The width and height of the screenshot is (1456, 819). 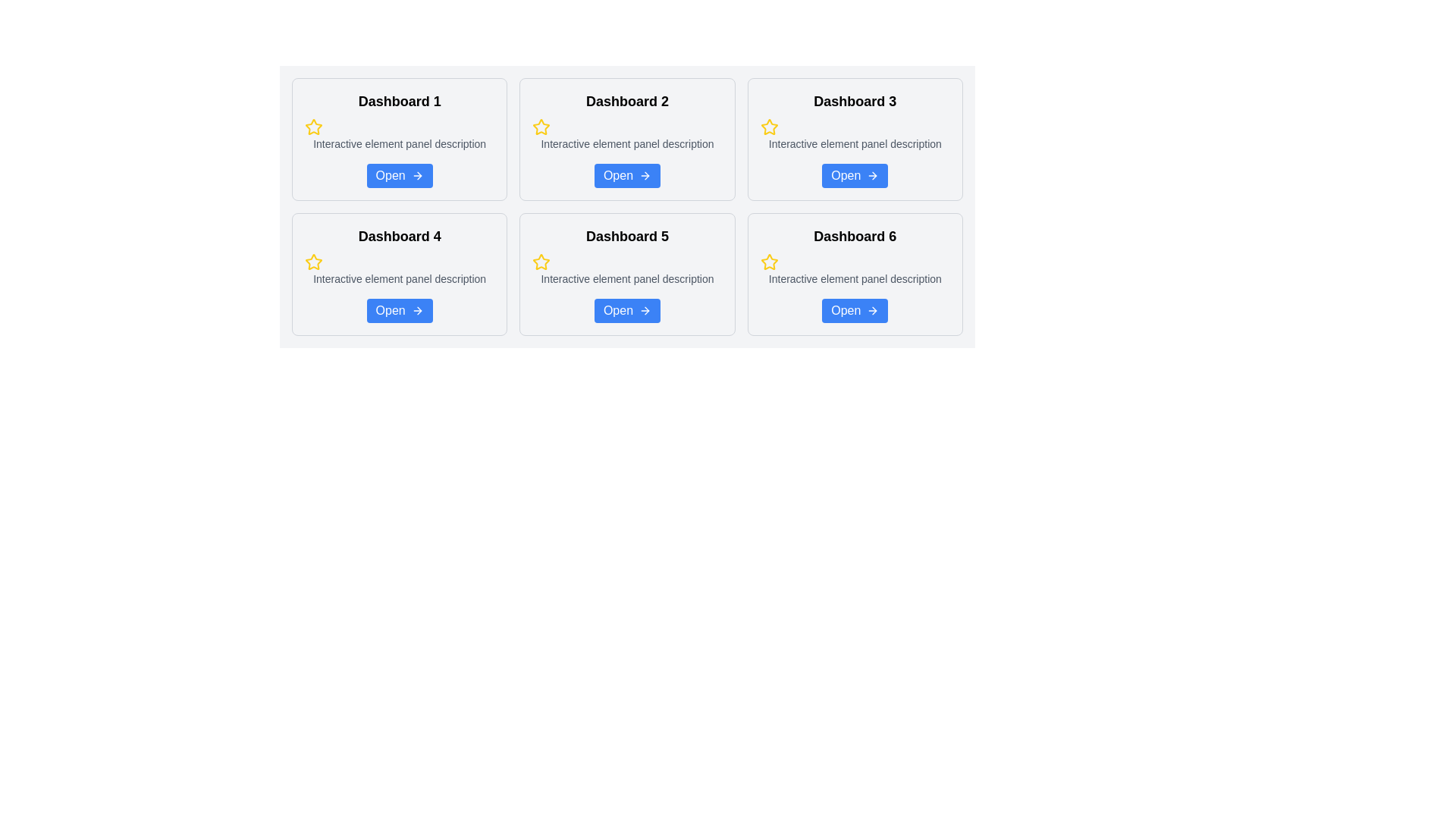 I want to click on the star-shaped icon with a yellow outline located in the 'Dashboard 1' card in the first column of the first row, so click(x=312, y=127).